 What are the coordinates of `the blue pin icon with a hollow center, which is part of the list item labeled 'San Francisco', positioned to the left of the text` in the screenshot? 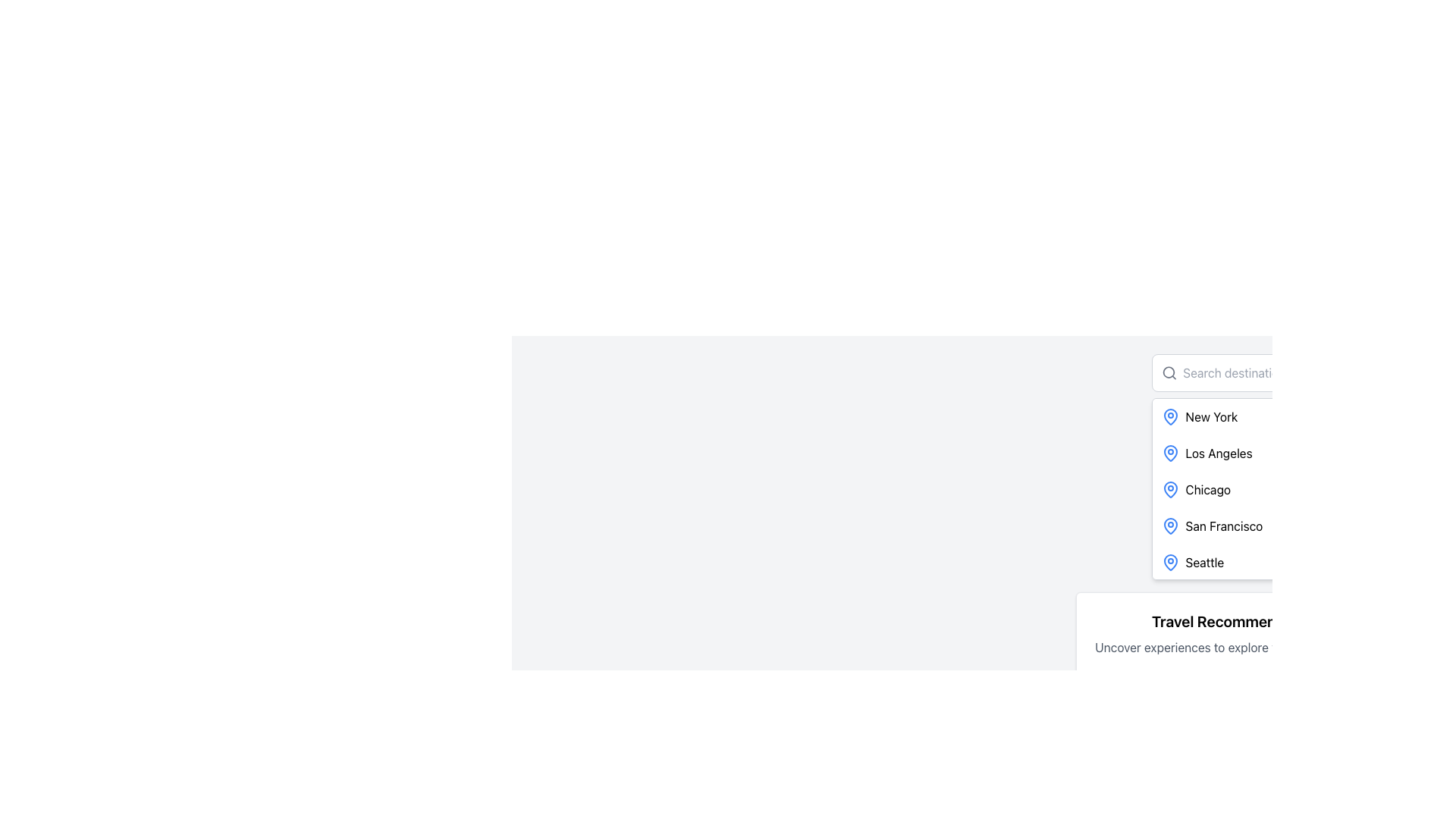 It's located at (1169, 526).